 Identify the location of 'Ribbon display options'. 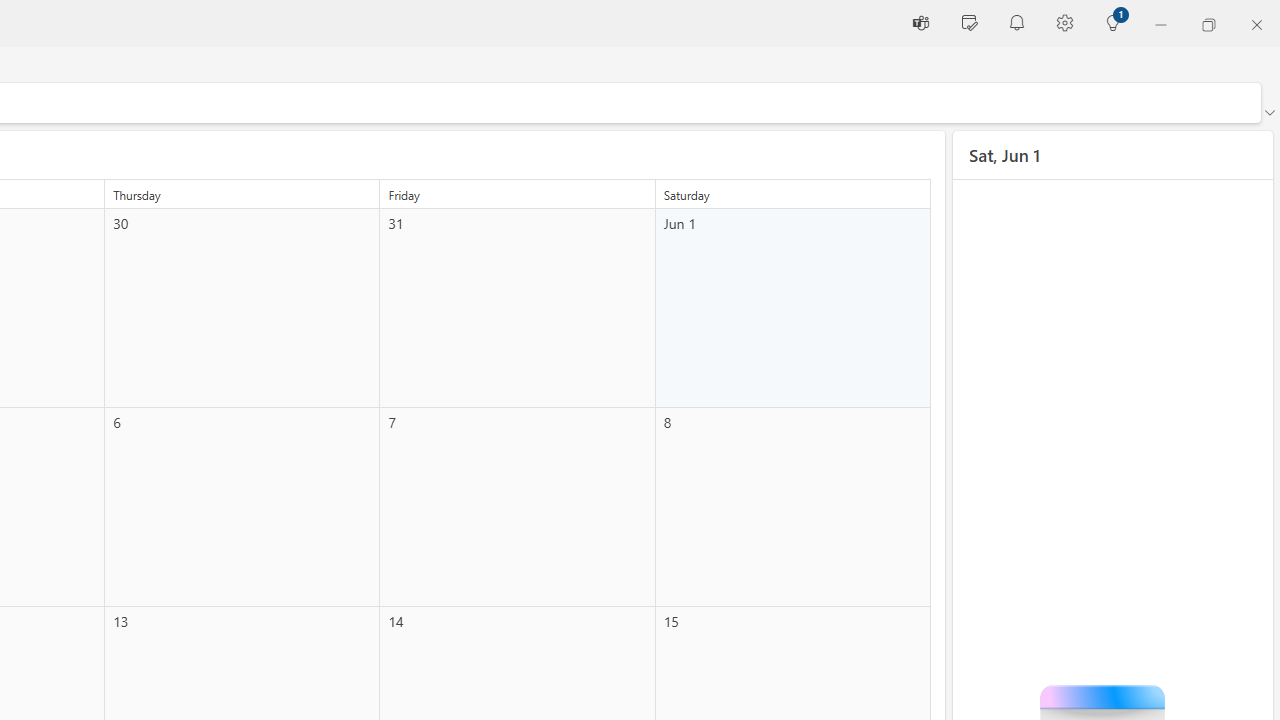
(1268, 113).